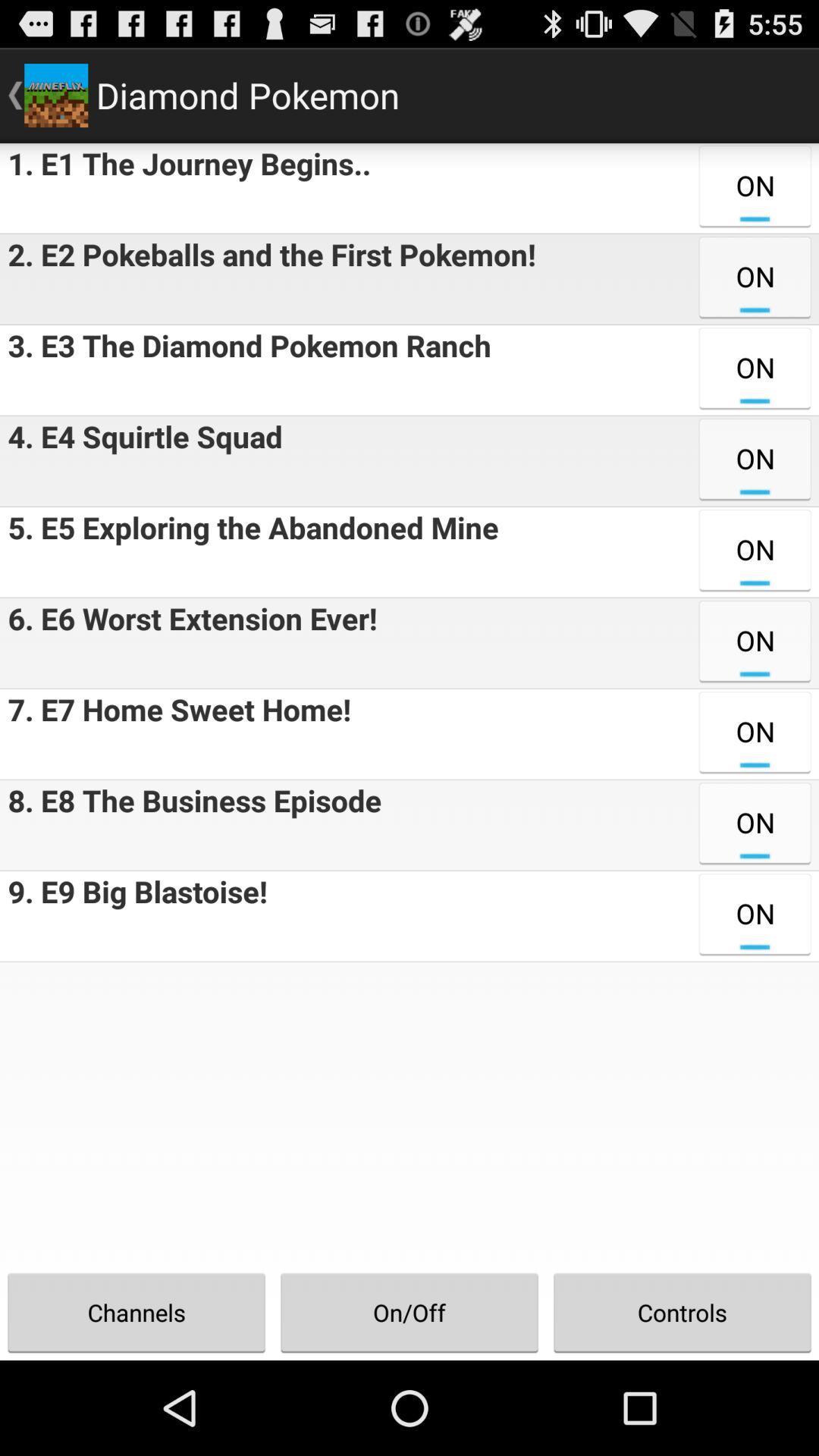  Describe the element at coordinates (174, 734) in the screenshot. I see `7 e7 home item` at that location.